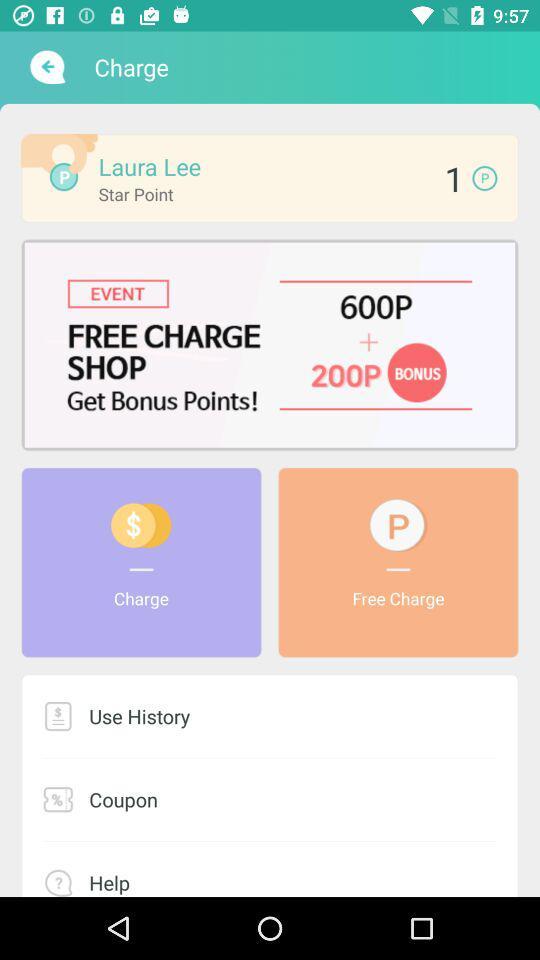 The width and height of the screenshot is (540, 960). What do you see at coordinates (45, 67) in the screenshot?
I see `back` at bounding box center [45, 67].